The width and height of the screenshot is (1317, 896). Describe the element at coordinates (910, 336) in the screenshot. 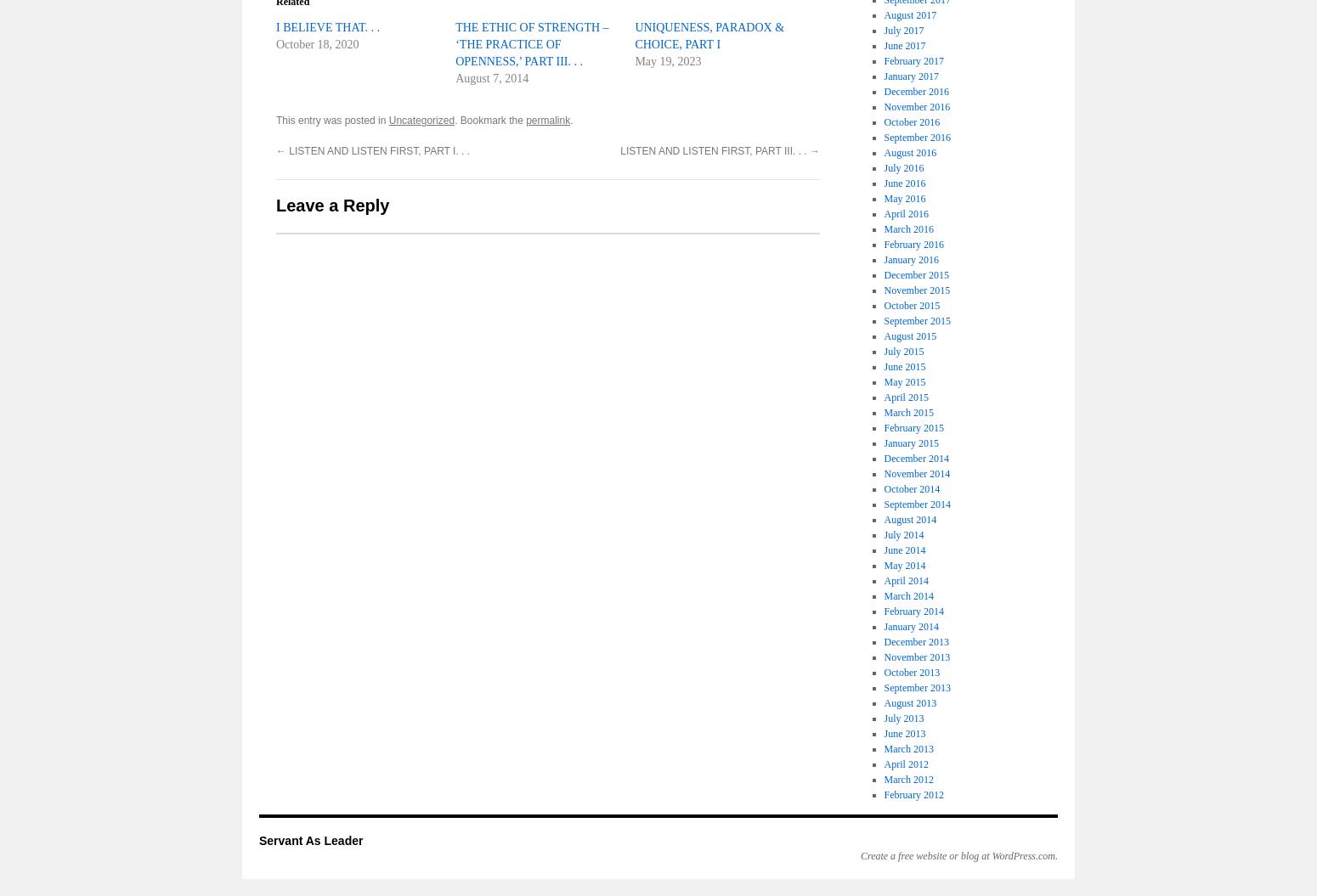

I see `'August 2015'` at that location.